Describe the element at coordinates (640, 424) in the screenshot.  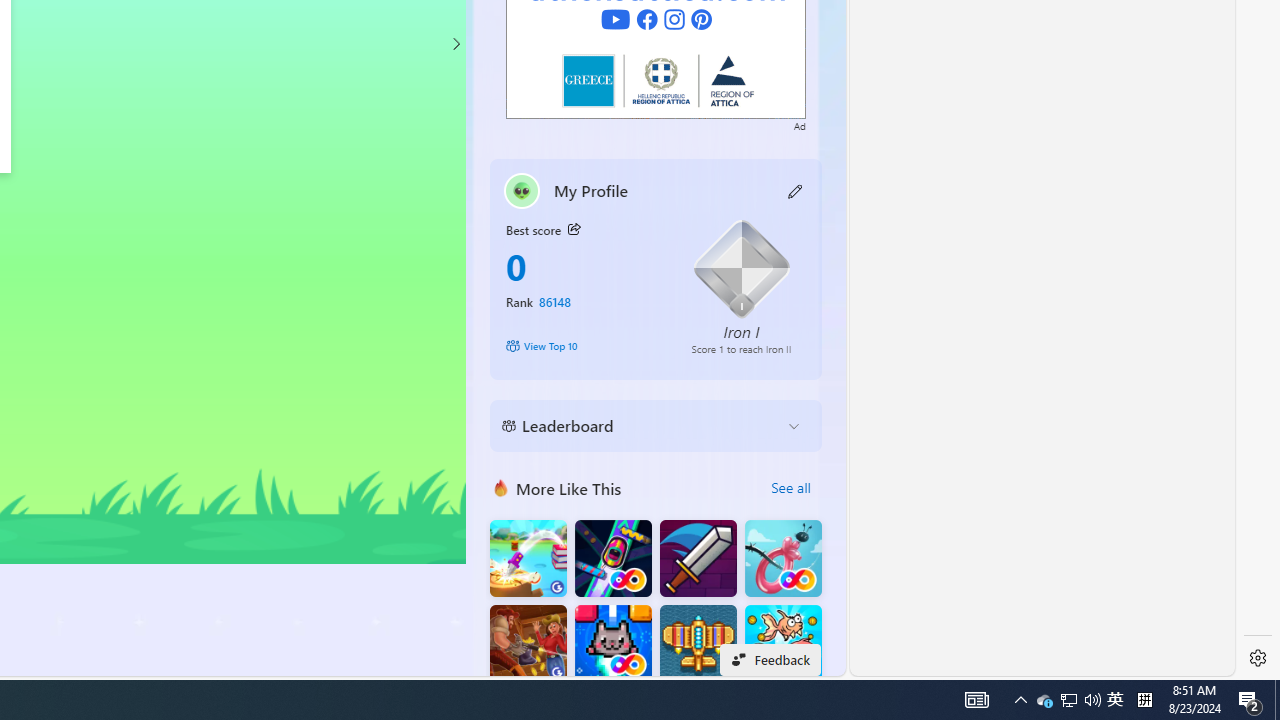
I see `'Leaderboard'` at that location.